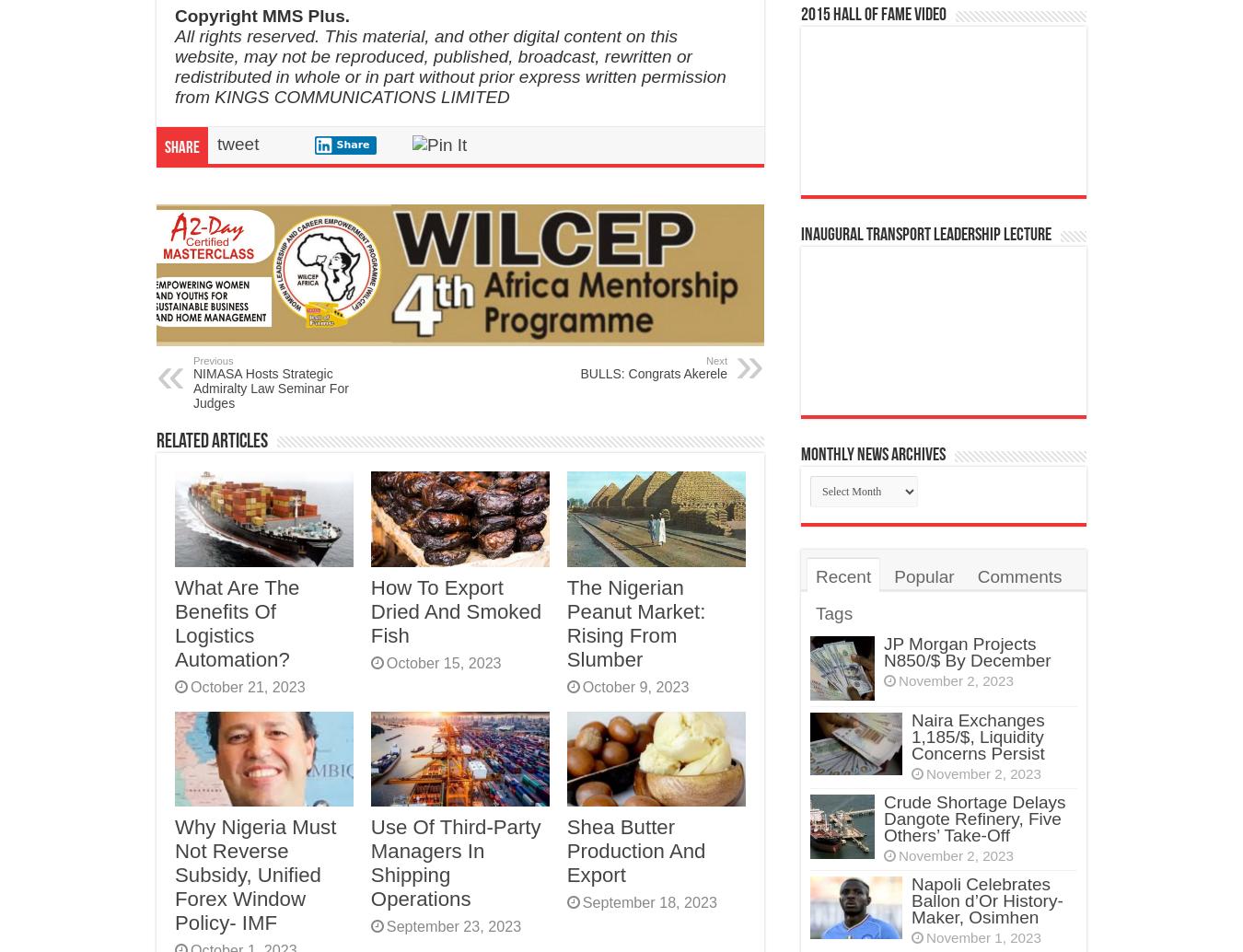  Describe the element at coordinates (370, 610) in the screenshot. I see `'How To Export Dried And Smoked Fish'` at that location.